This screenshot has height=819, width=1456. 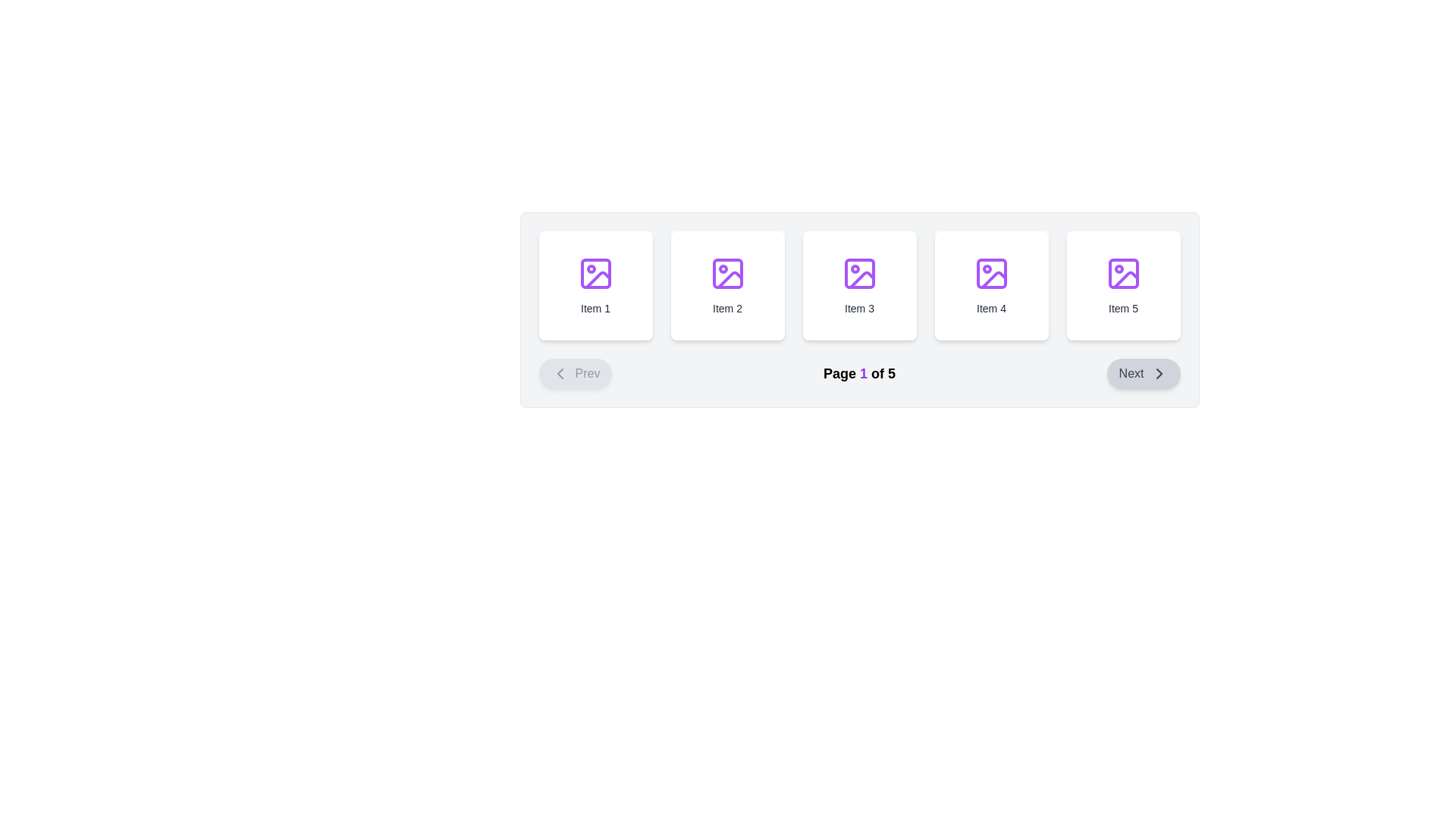 I want to click on the icon (SVG Graphic) located in the second column of the grid layout, specifically inside the card labeled 'Item 2', so click(x=726, y=274).